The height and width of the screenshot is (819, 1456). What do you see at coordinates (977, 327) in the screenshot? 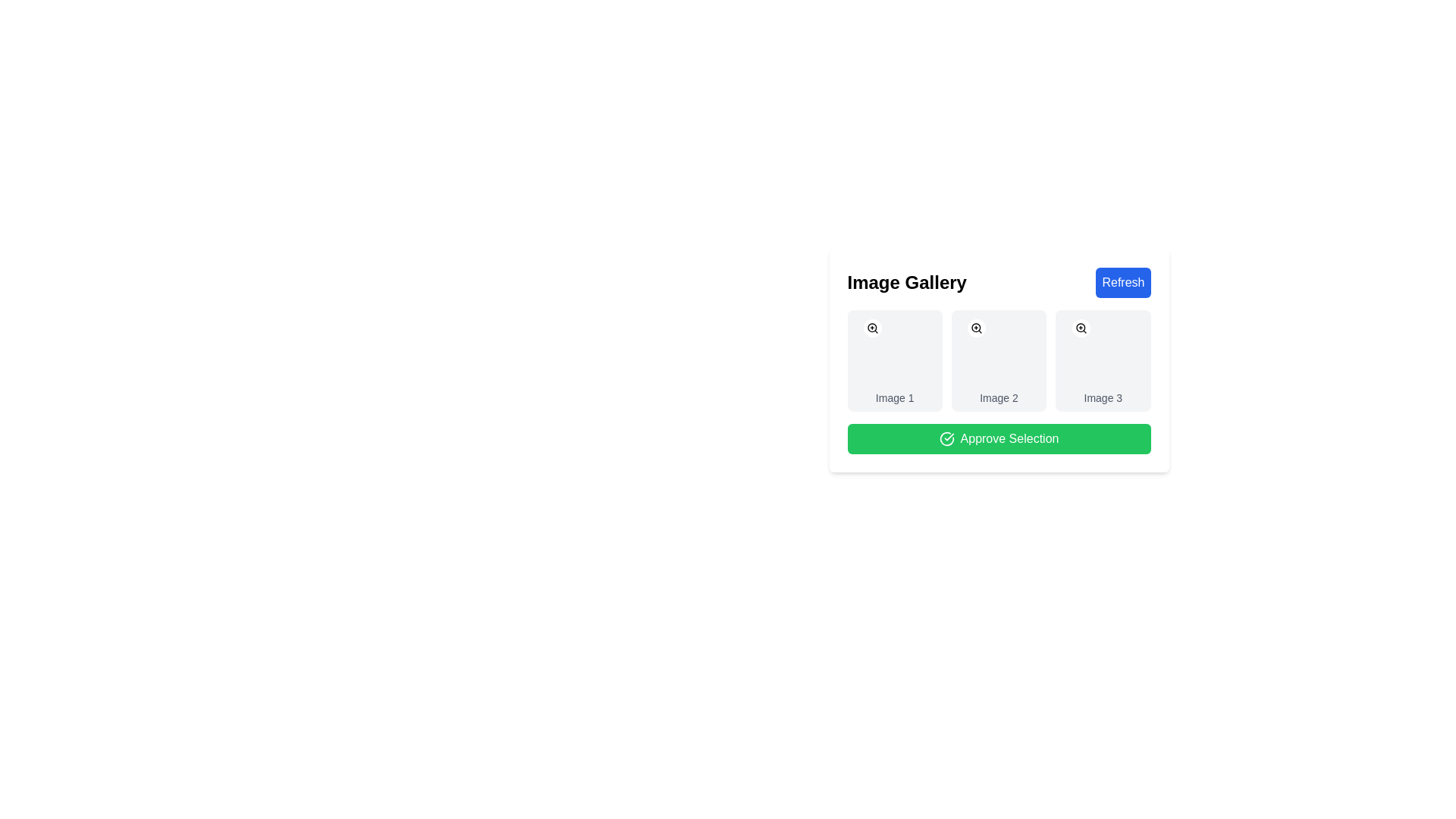
I see `the zoom-in button icon located at the top-left overlay of the second image in the image gallery` at bounding box center [977, 327].